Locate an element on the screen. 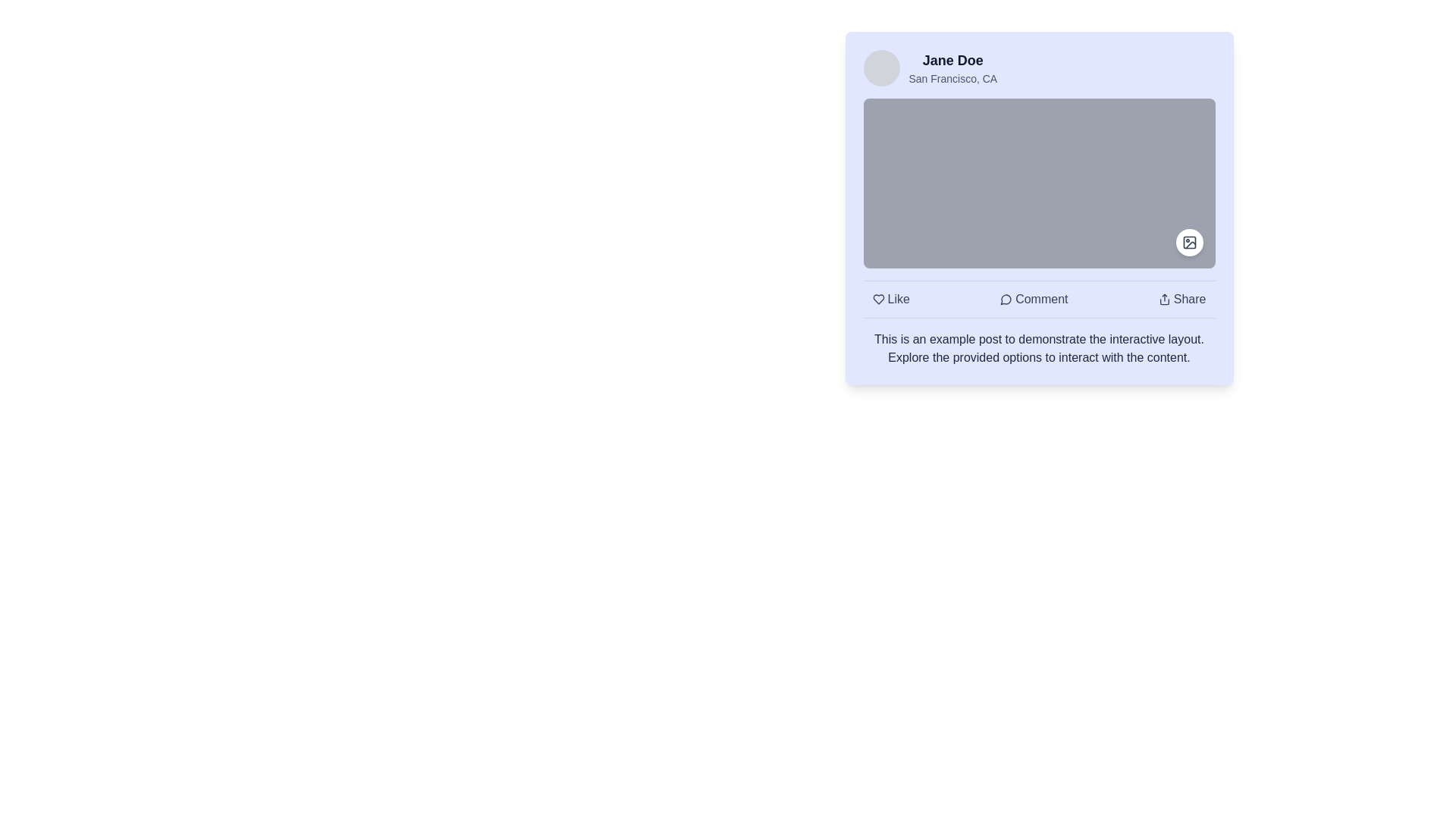 Image resolution: width=1456 pixels, height=819 pixels. the speech bubble icon located in the comment section of the post interface is located at coordinates (1006, 300).